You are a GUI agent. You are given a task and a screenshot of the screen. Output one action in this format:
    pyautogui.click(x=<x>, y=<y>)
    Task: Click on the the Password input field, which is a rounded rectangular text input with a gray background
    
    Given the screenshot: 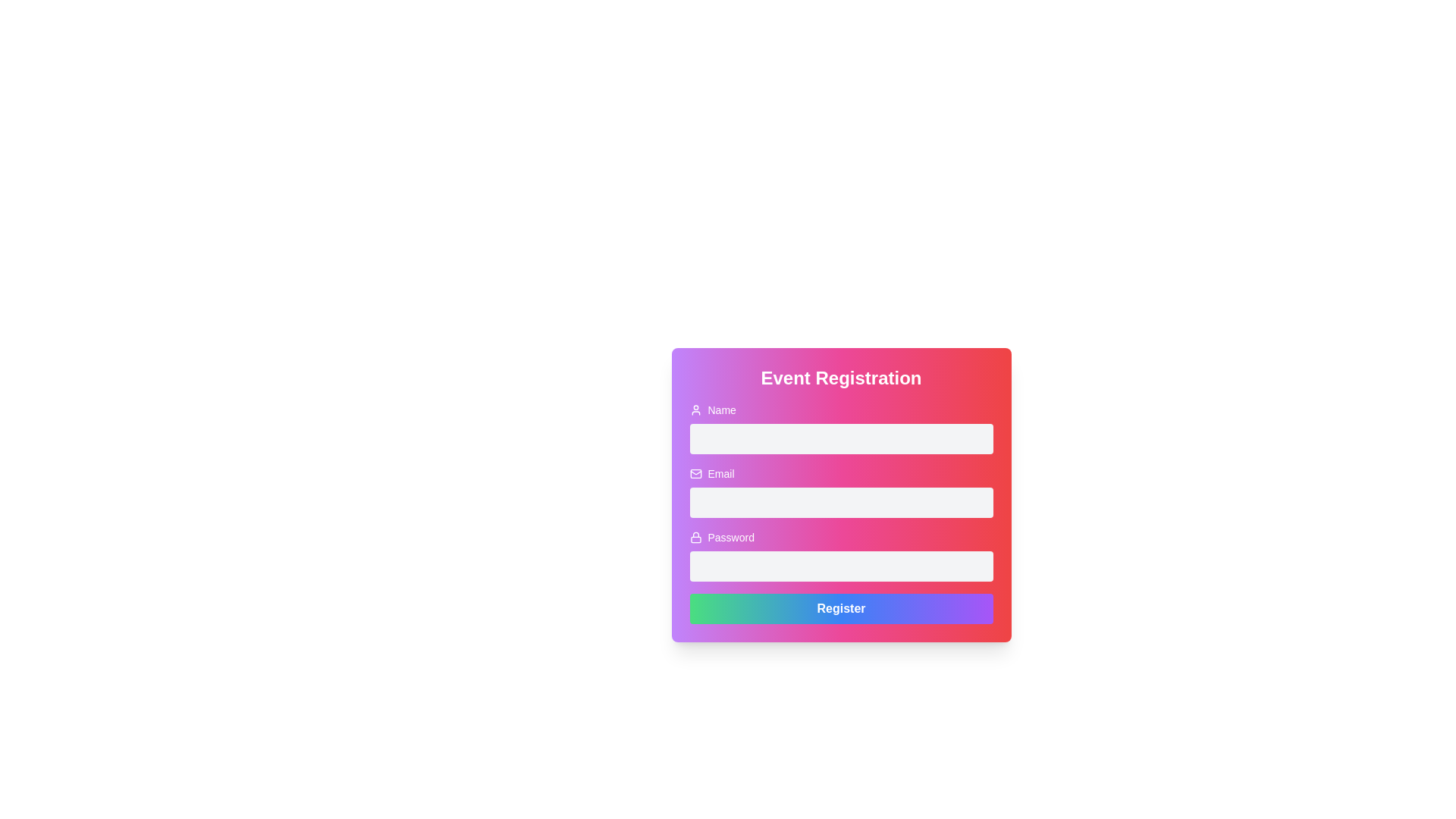 What is the action you would take?
    pyautogui.click(x=840, y=555)
    